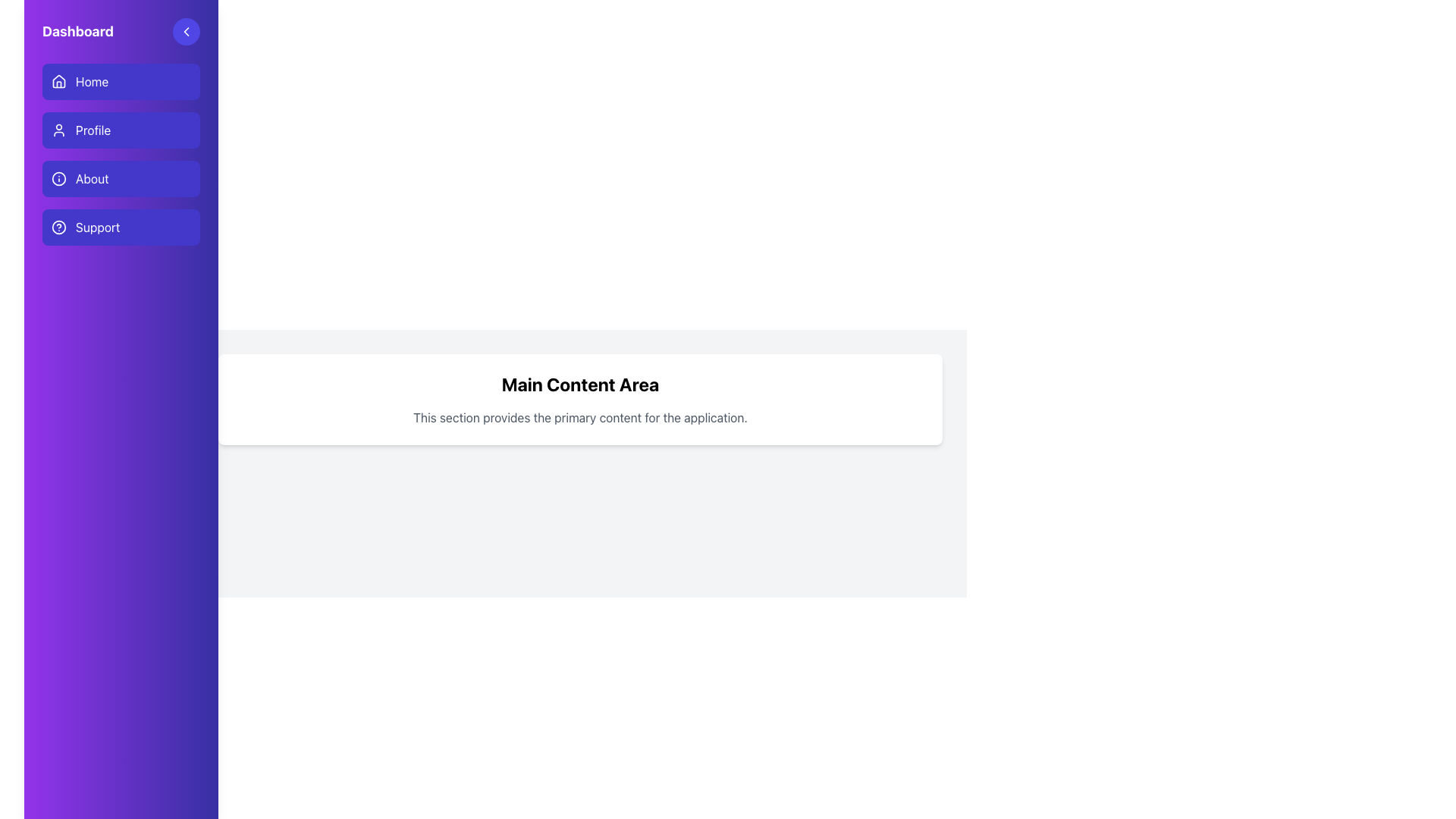 Image resolution: width=1456 pixels, height=819 pixels. I want to click on the circular support icon with a question mark in the middle, located on the purple navigation sidebar, so click(58, 227).